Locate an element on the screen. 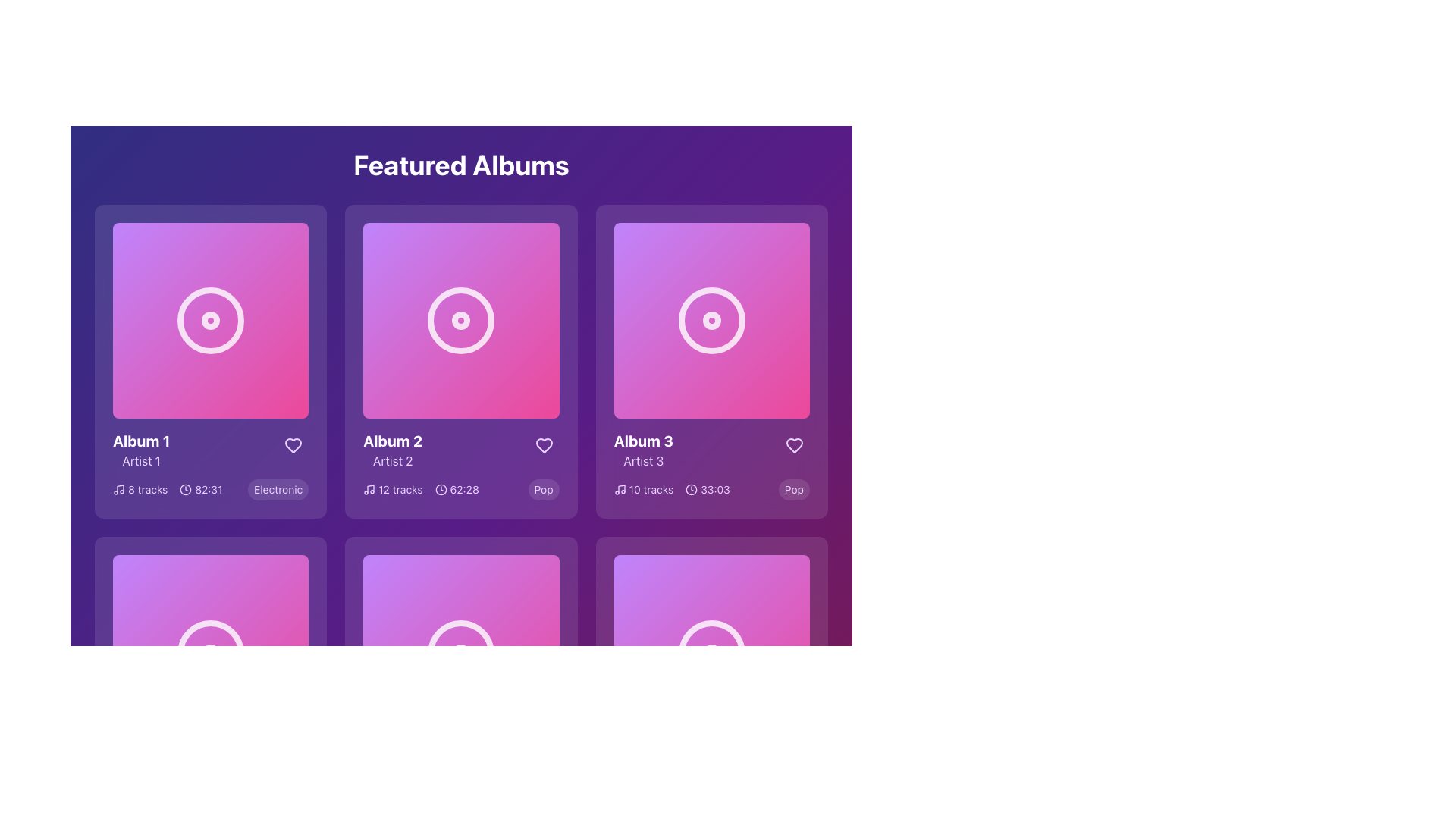  the text label 'Artist 2' which appears in light purple on a dark purple background, located under the 'Album 2' title in the second tile of the 'Featured Albums' section is located at coordinates (393, 460).